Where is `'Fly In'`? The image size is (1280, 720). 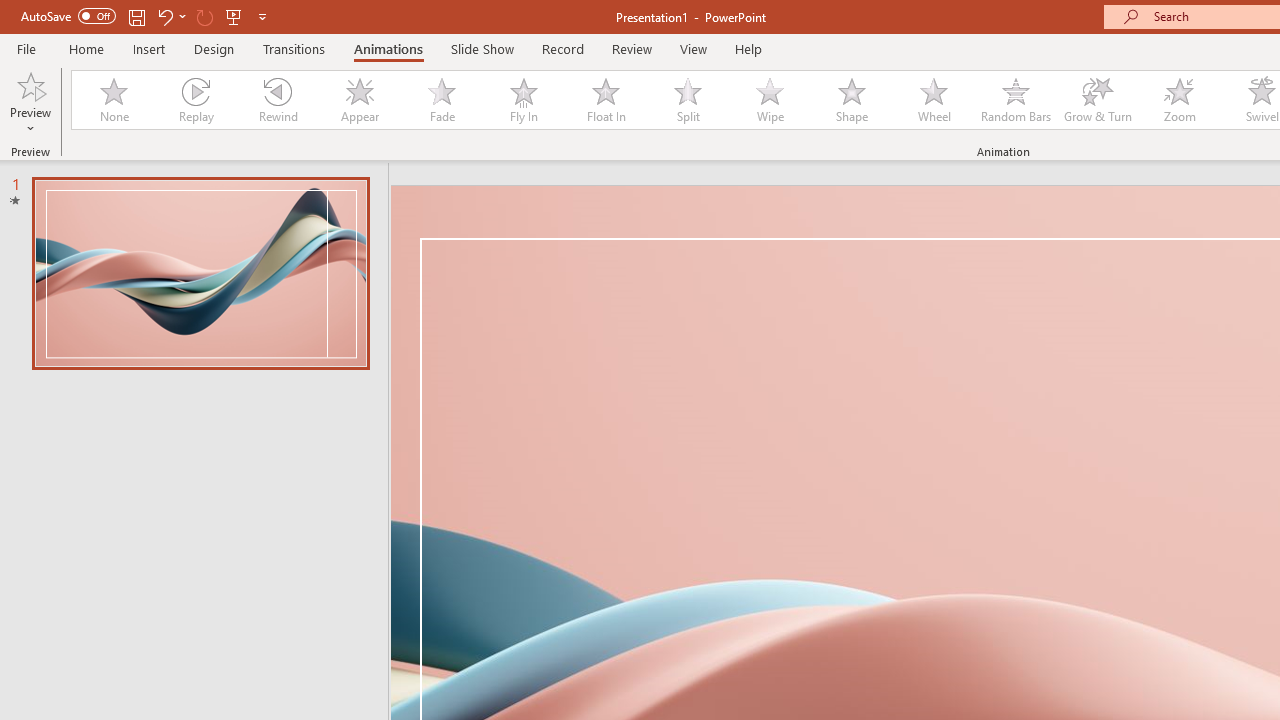
'Fly In' is located at coordinates (523, 100).